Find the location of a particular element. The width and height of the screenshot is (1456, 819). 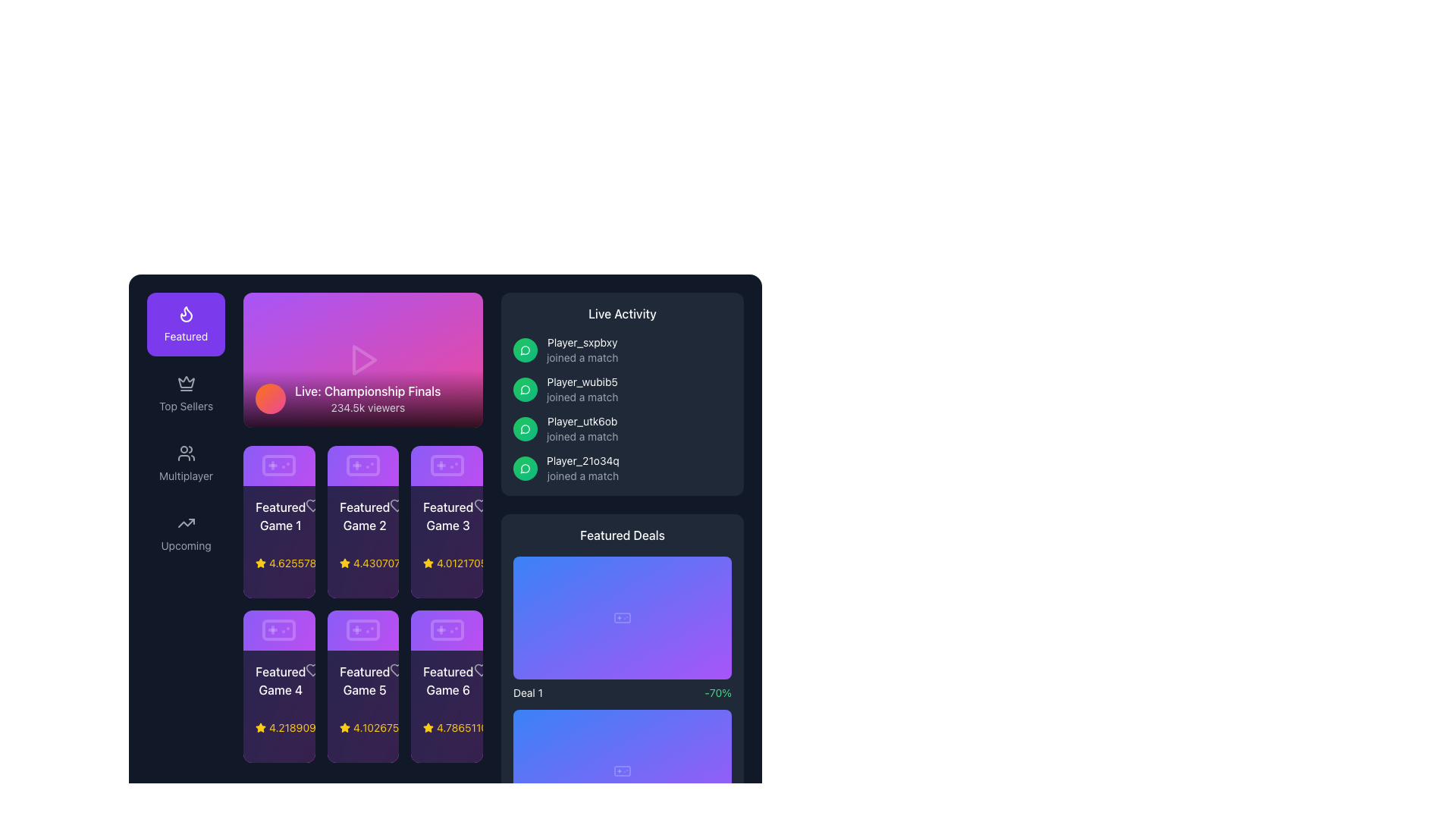

the rating display for 'Featured Game 6' is located at coordinates (500, 727).